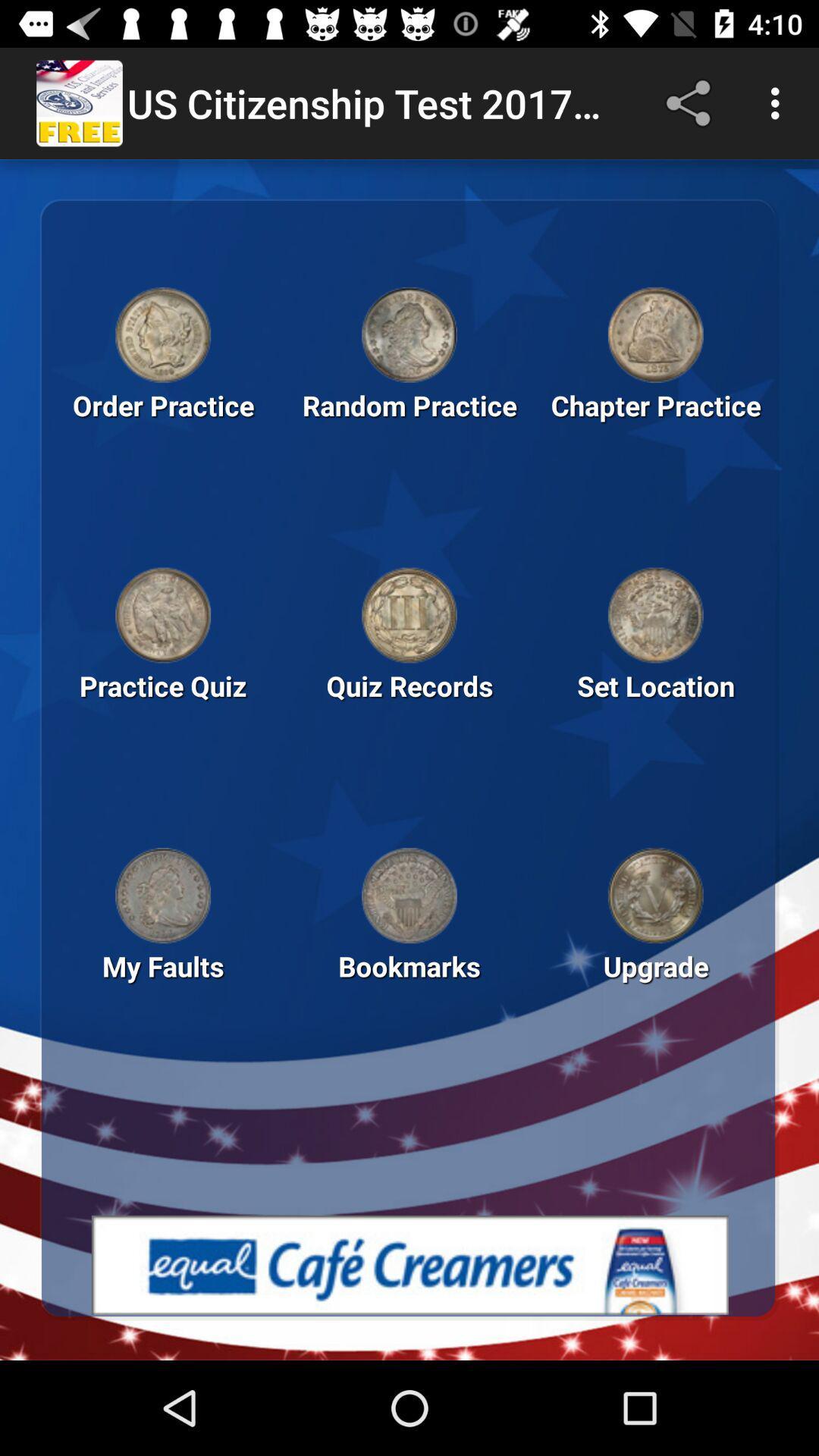 This screenshot has width=819, height=1456. I want to click on launch quiz, so click(163, 615).